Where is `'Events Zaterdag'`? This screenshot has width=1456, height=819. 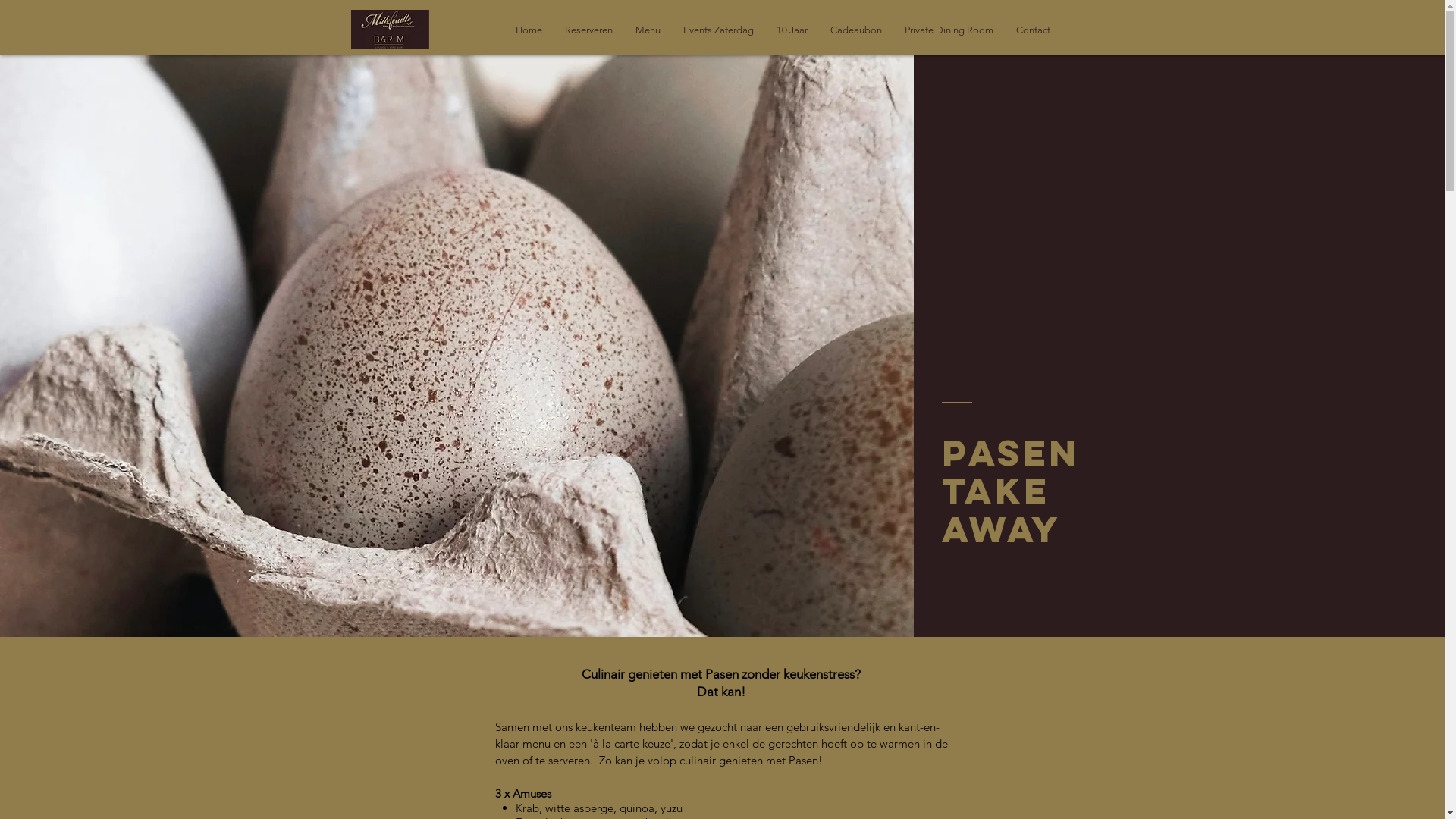
'Events Zaterdag' is located at coordinates (717, 30).